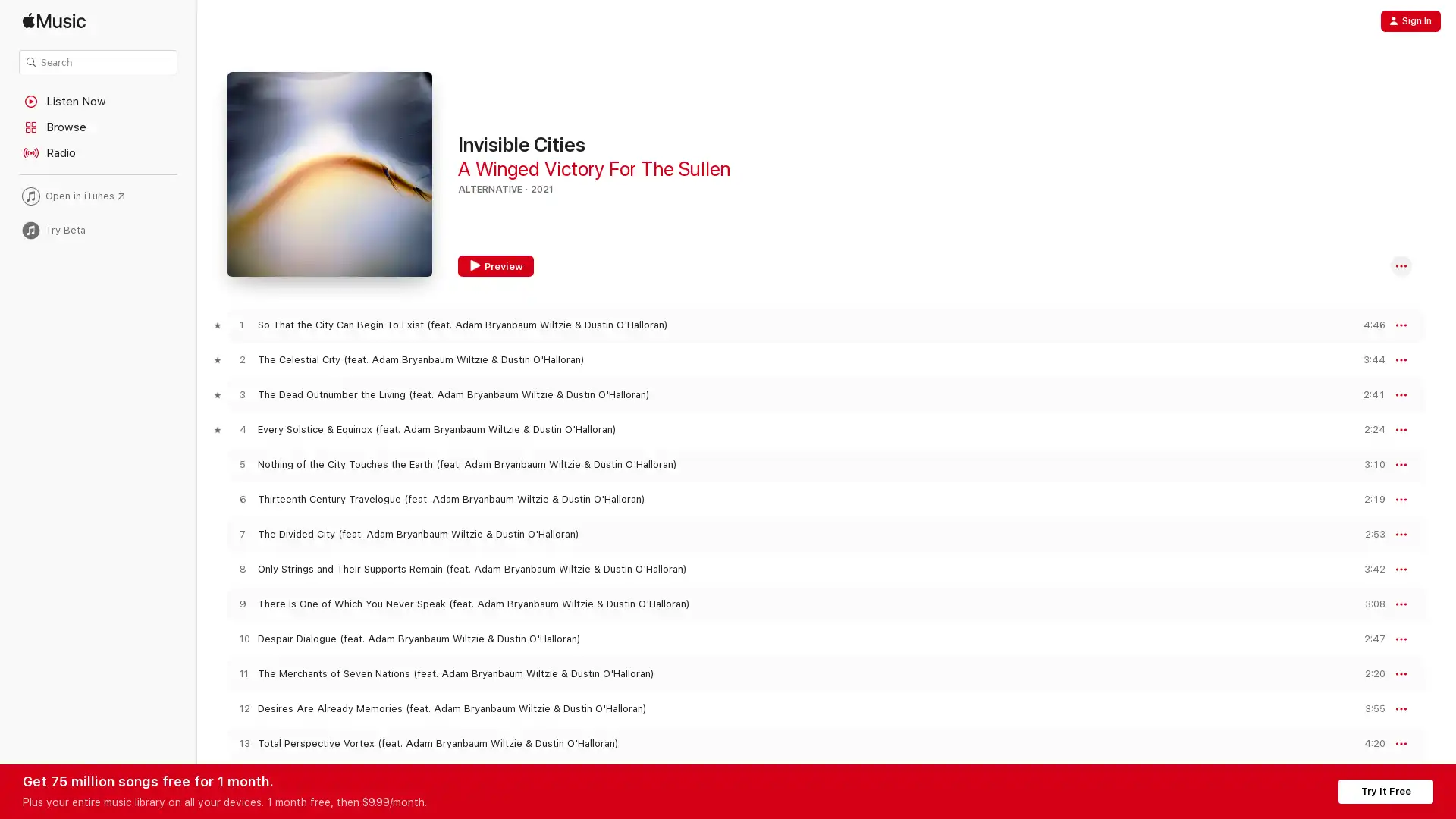 Image resolution: width=1456 pixels, height=819 pixels. Describe the element at coordinates (1368, 673) in the screenshot. I see `Preview` at that location.